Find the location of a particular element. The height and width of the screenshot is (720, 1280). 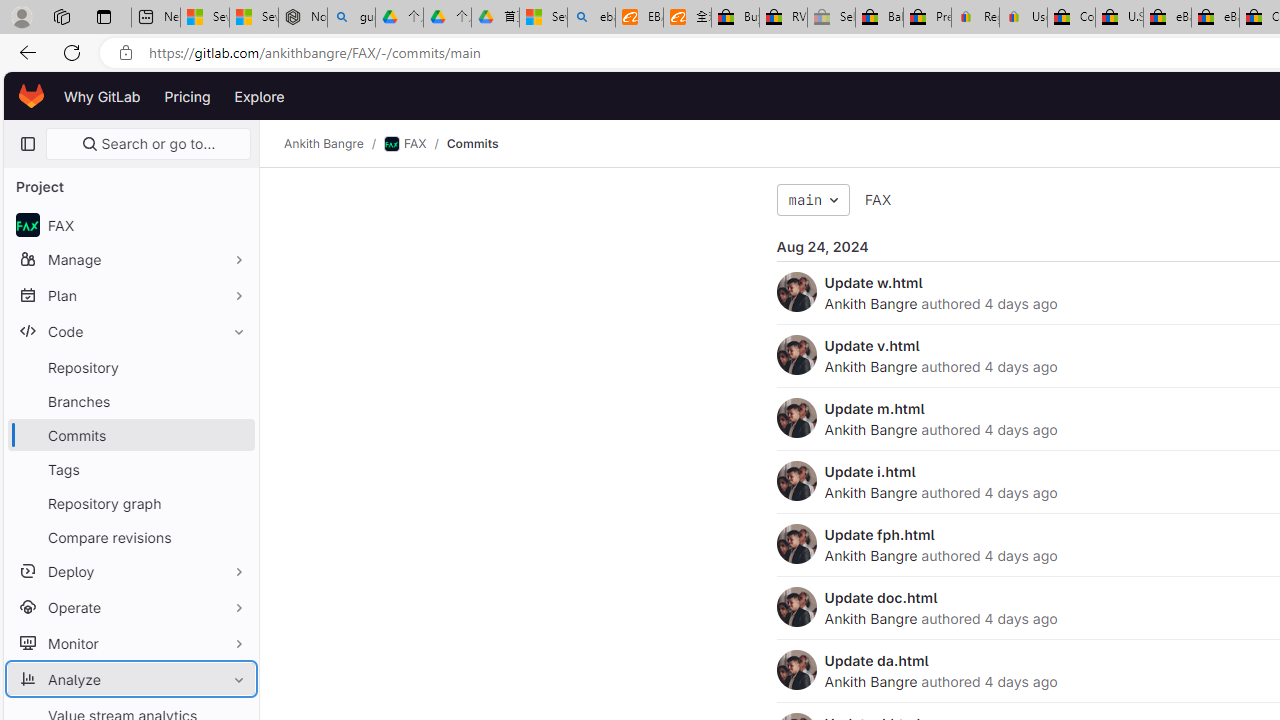

'Update i.html' is located at coordinates (870, 471).